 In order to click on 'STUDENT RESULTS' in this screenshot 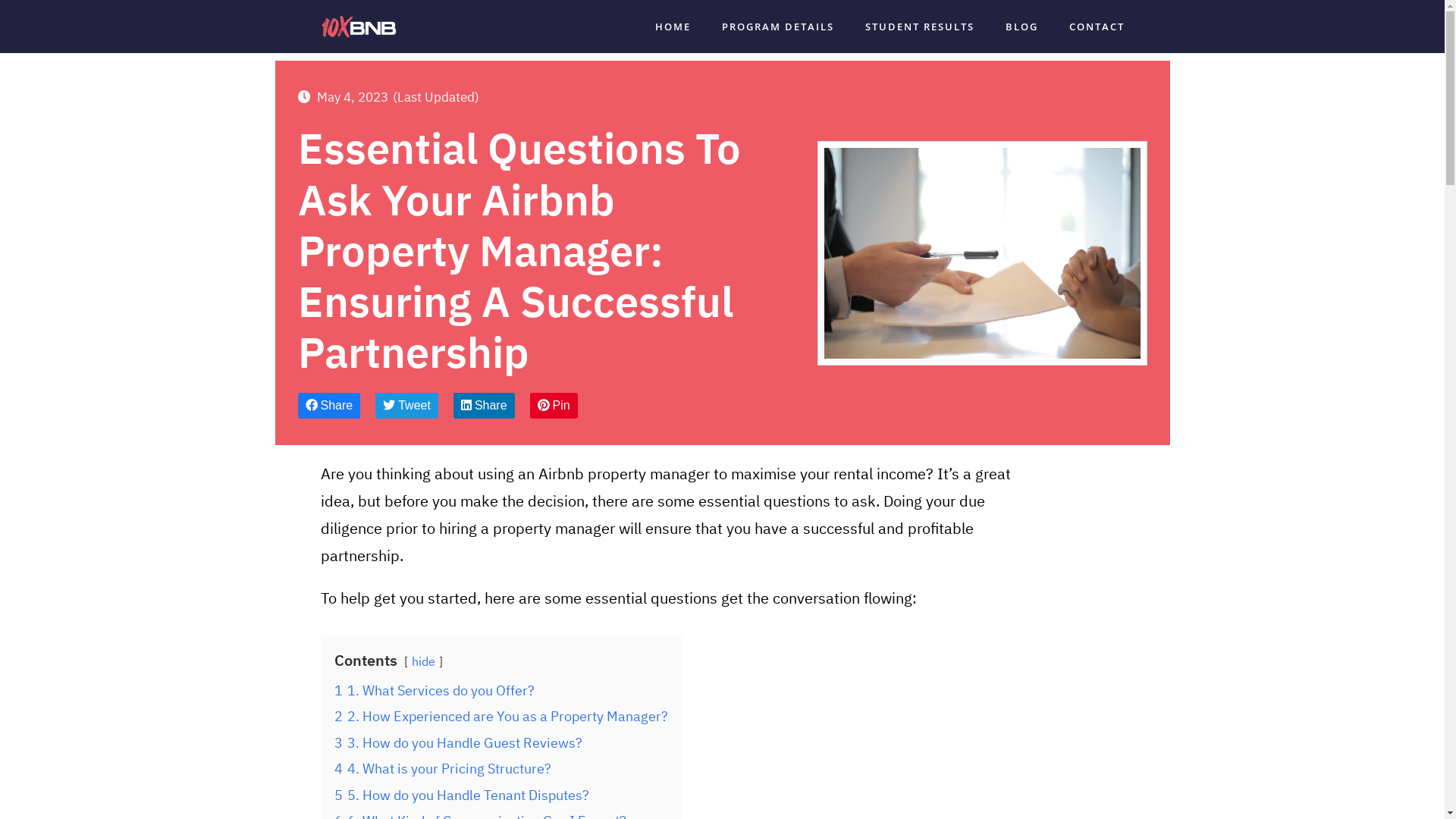, I will do `click(864, 26)`.